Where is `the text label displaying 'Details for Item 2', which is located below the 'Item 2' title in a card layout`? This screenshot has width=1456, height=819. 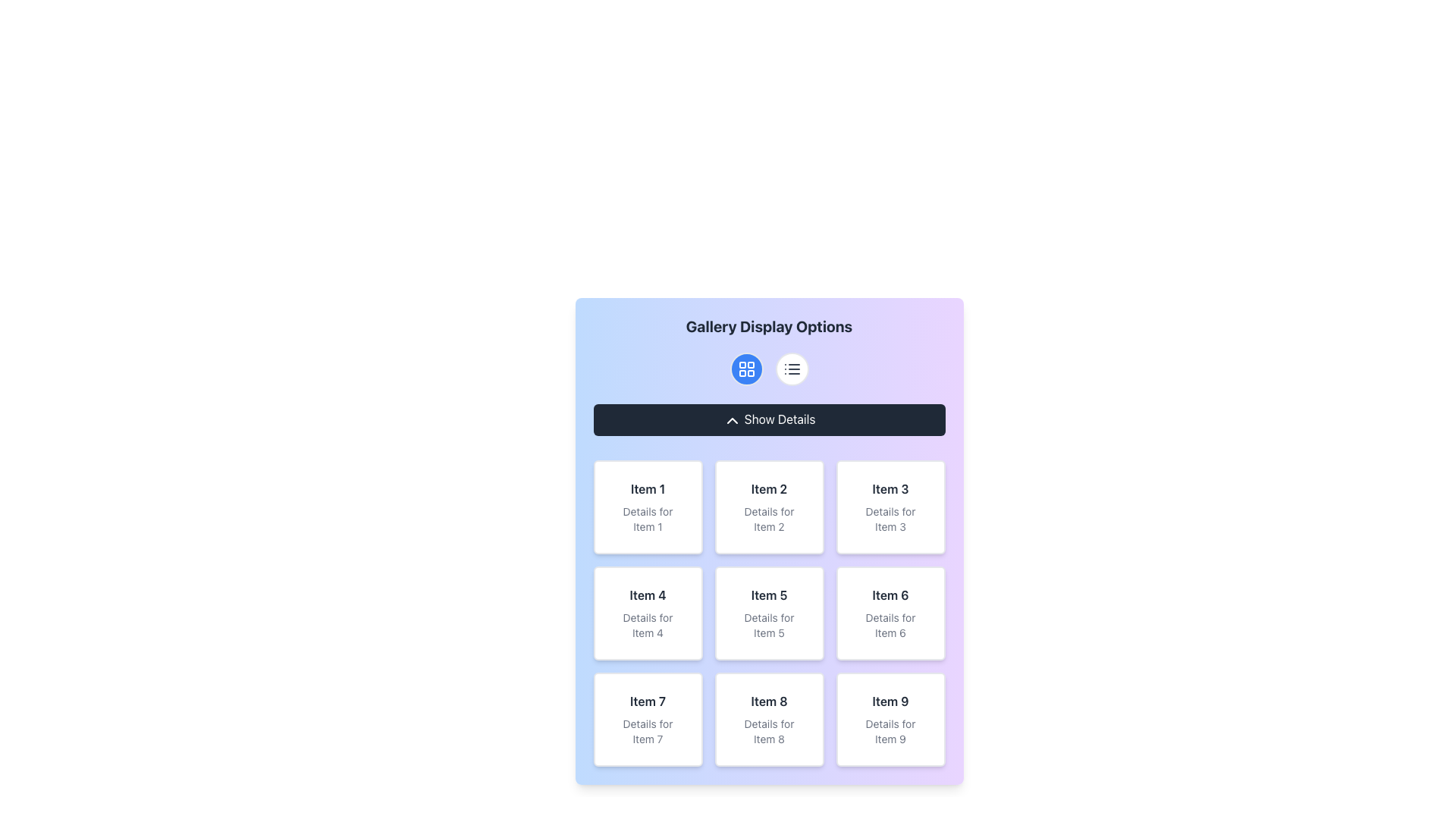
the text label displaying 'Details for Item 2', which is located below the 'Item 2' title in a card layout is located at coordinates (769, 518).